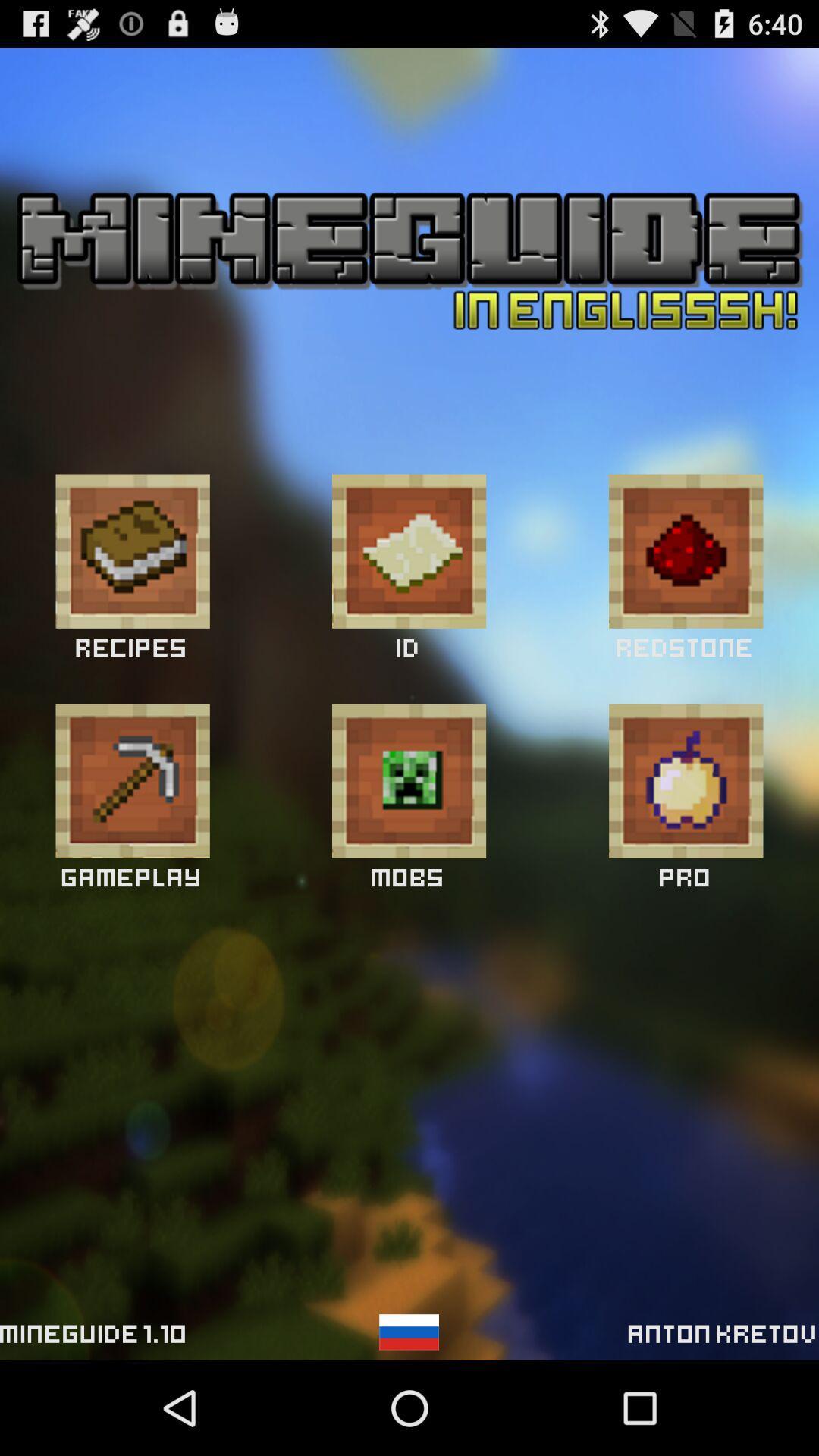 The height and width of the screenshot is (1456, 819). Describe the element at coordinates (132, 589) in the screenshot. I see `the book icon` at that location.